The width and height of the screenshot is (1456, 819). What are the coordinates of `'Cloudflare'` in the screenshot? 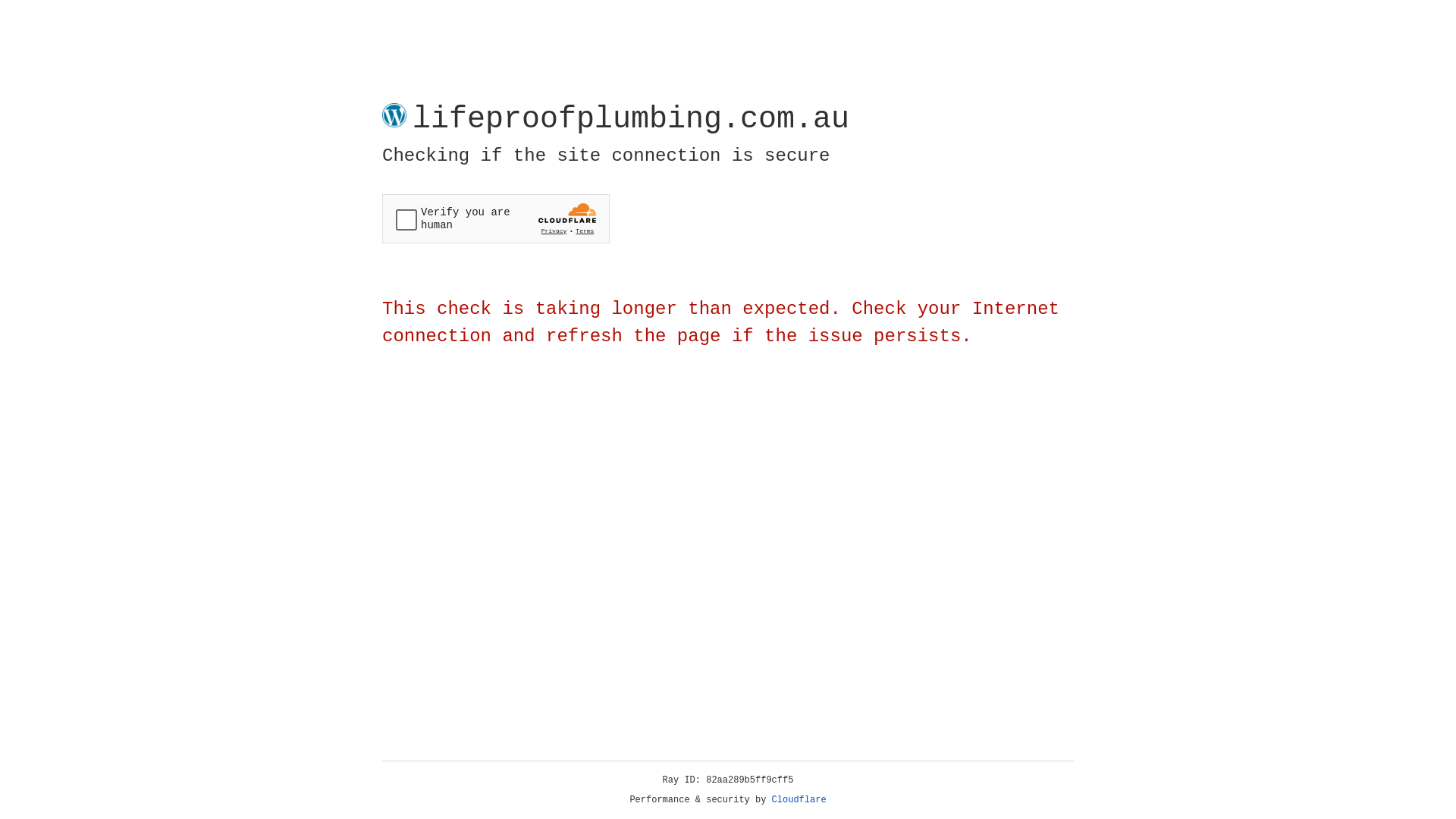 It's located at (799, 799).